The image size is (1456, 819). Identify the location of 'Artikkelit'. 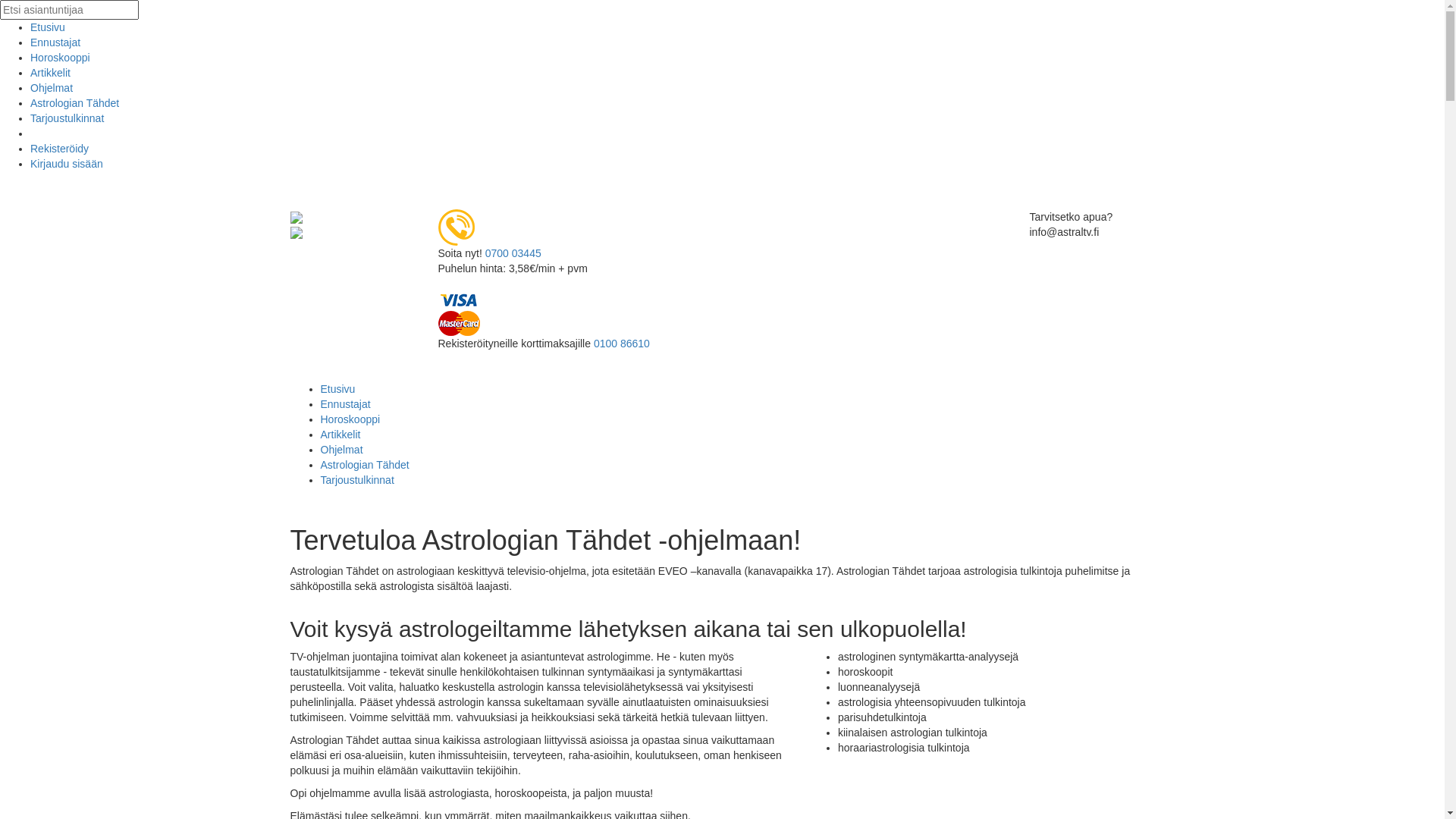
(30, 73).